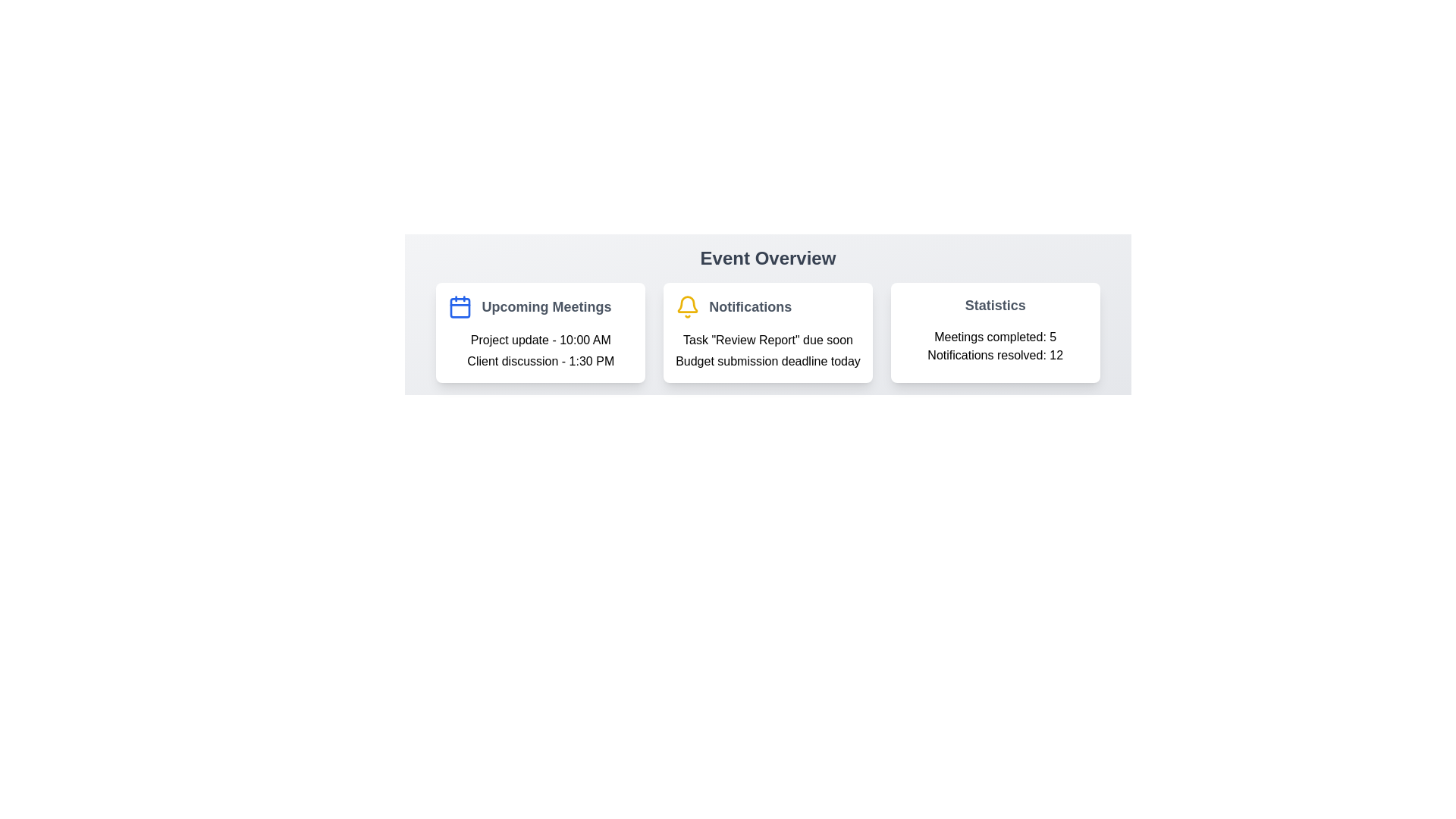  What do you see at coordinates (546, 307) in the screenshot?
I see `the 'Upcoming Meetings' heading text label, which is located to the right of a blue calendar icon in the first section of the horizontal row of cards under the 'Event Overview' main heading` at bounding box center [546, 307].